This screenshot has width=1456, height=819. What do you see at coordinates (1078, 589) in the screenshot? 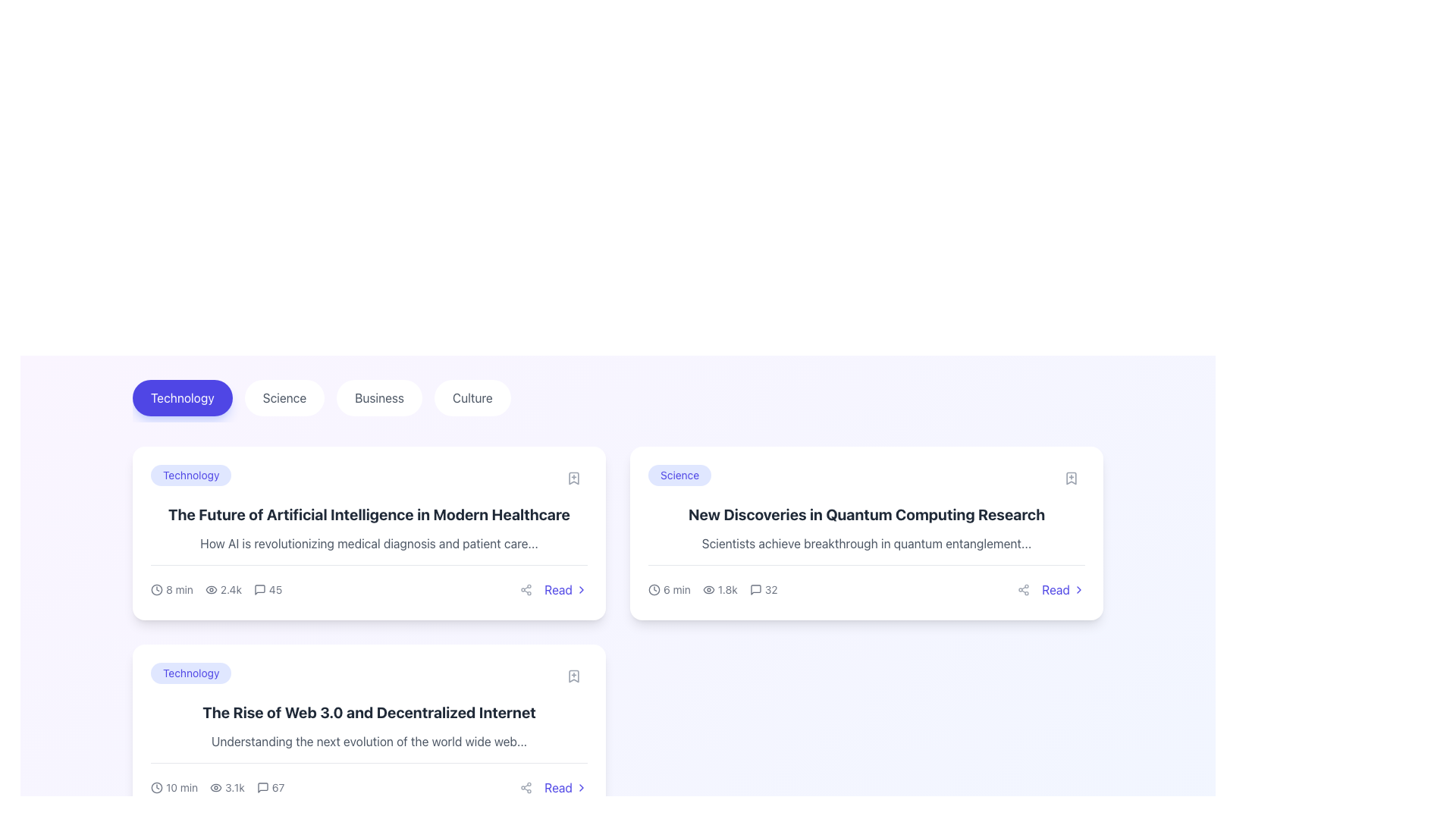
I see `the right-pointing chevron icon adjacent to the 'Read' text` at bounding box center [1078, 589].